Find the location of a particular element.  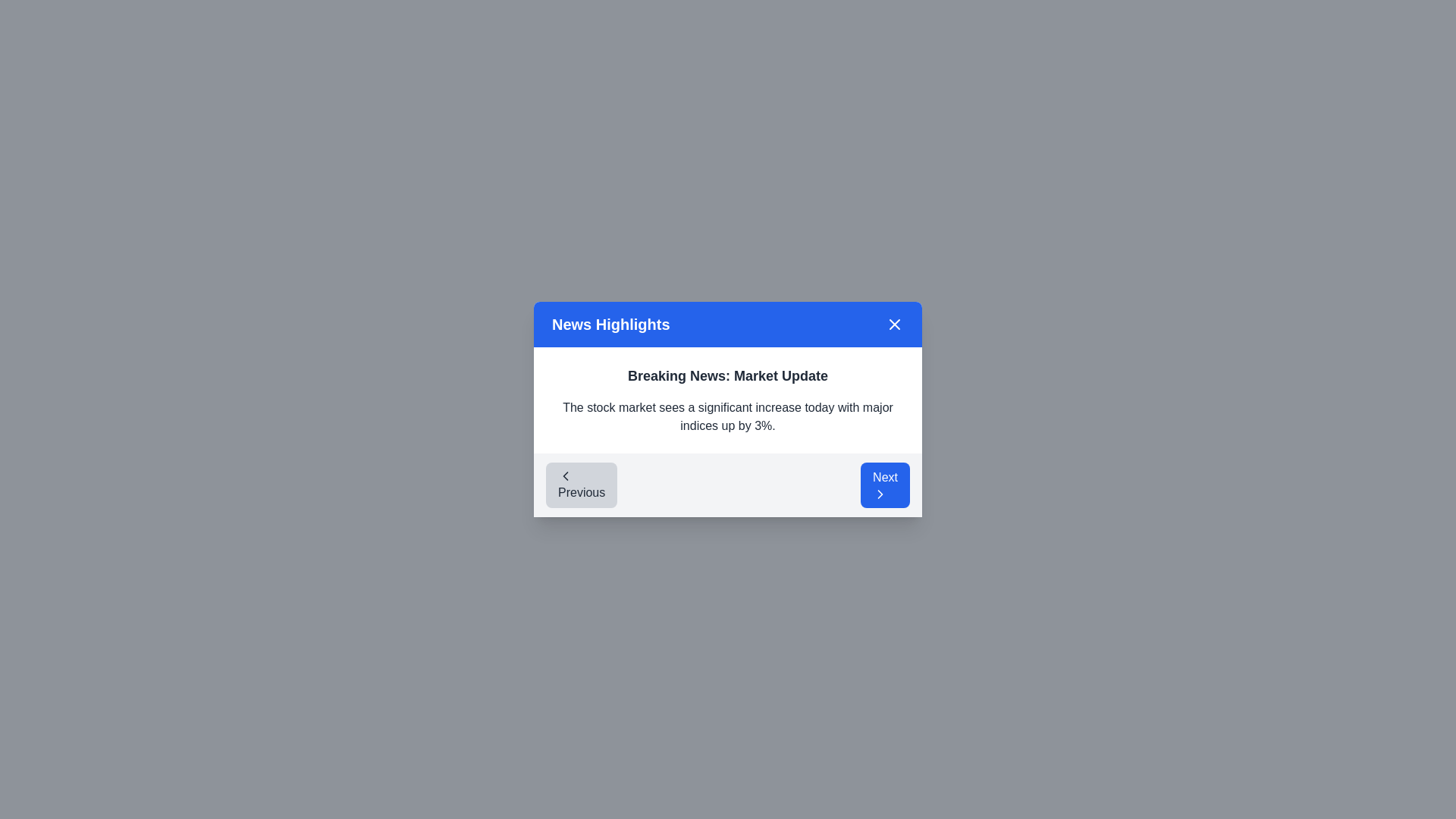

the 'News Highlights' text label, which is styled with bold white font on a blue background in the header section of the modal interface is located at coordinates (610, 324).